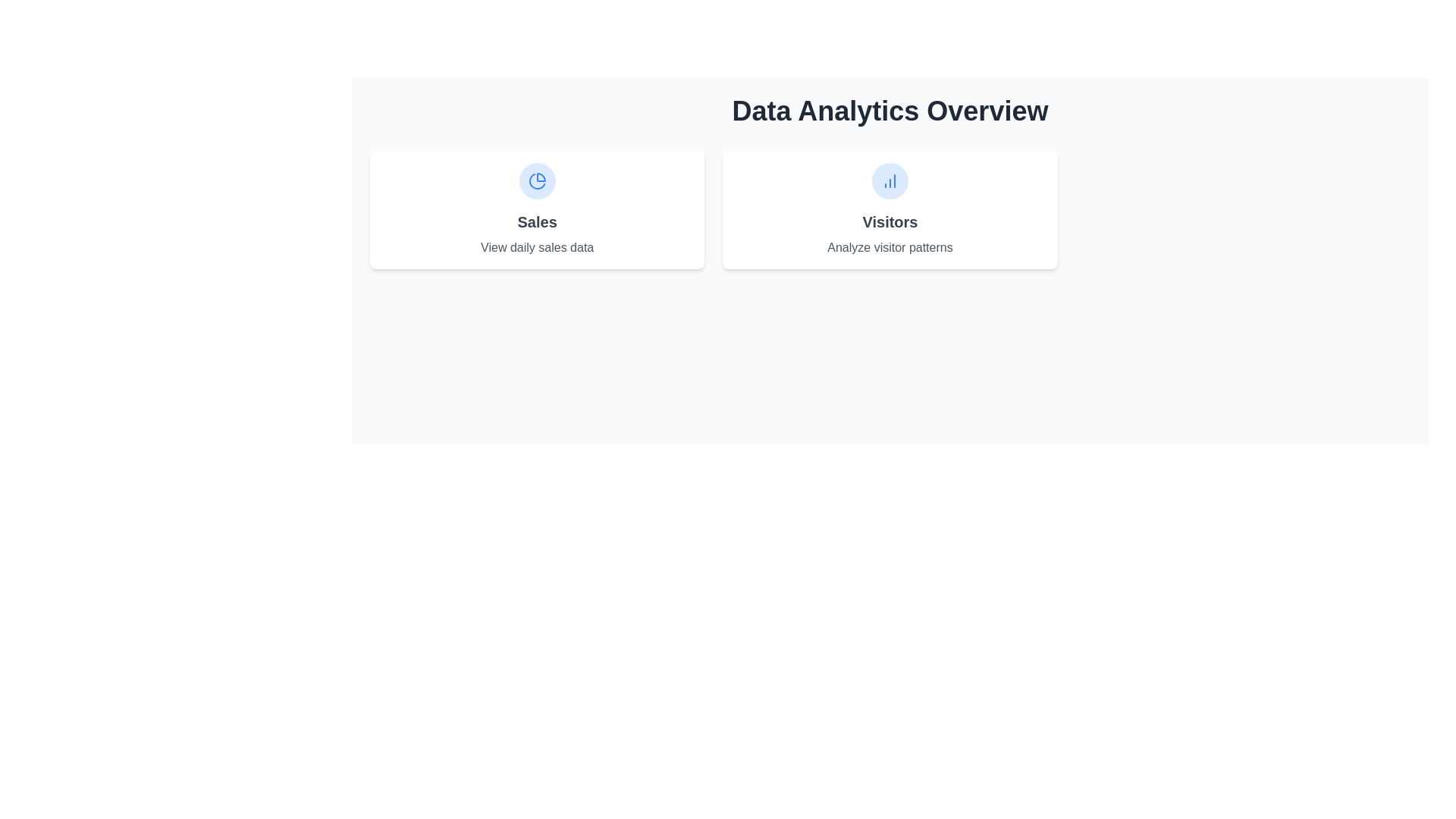 This screenshot has height=819, width=1456. I want to click on the Information card located in the first column of the grid layout, positioned to the left of the 'Visitors' element, so click(537, 210).